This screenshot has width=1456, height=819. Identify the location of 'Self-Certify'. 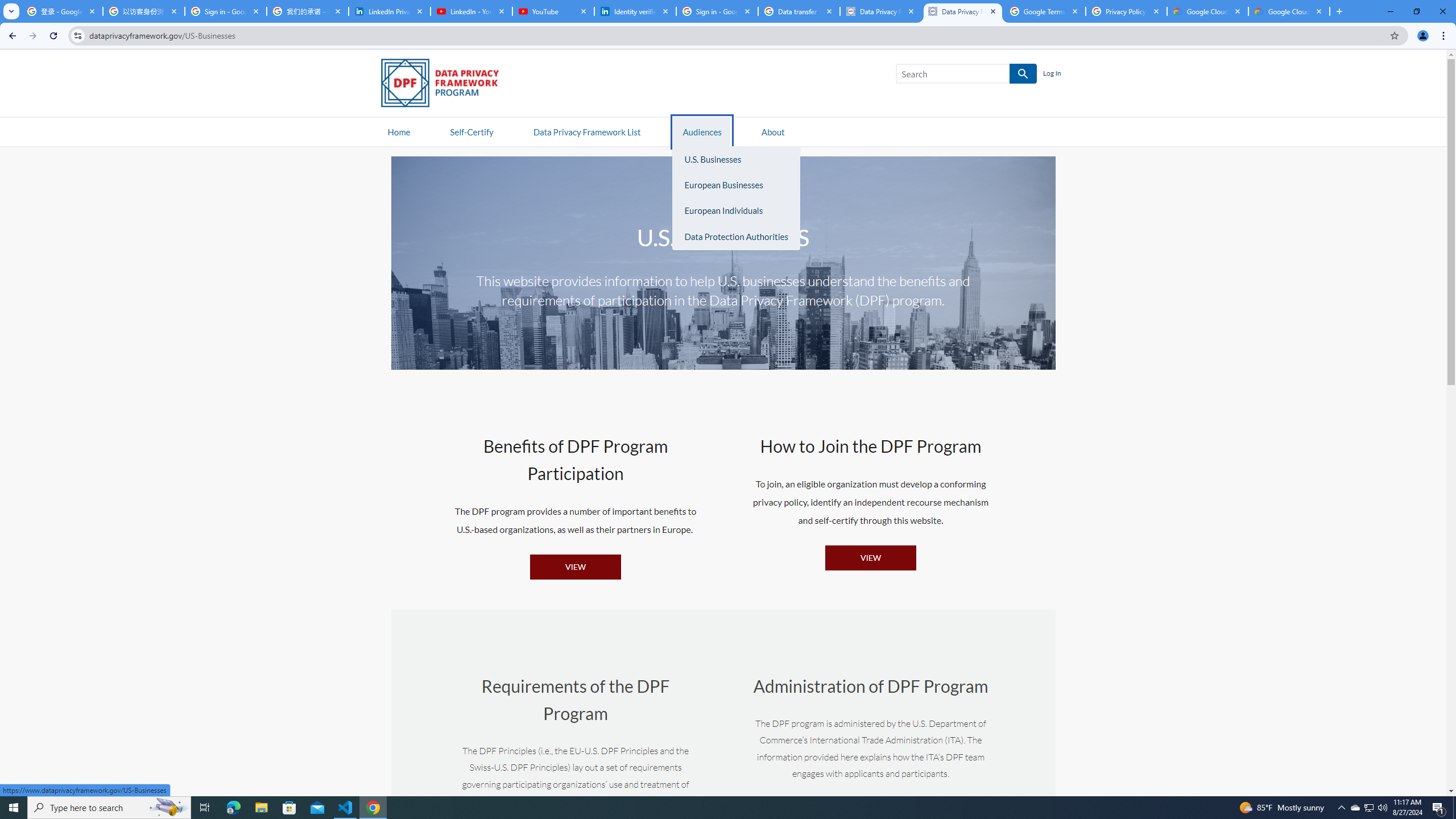
(471, 131).